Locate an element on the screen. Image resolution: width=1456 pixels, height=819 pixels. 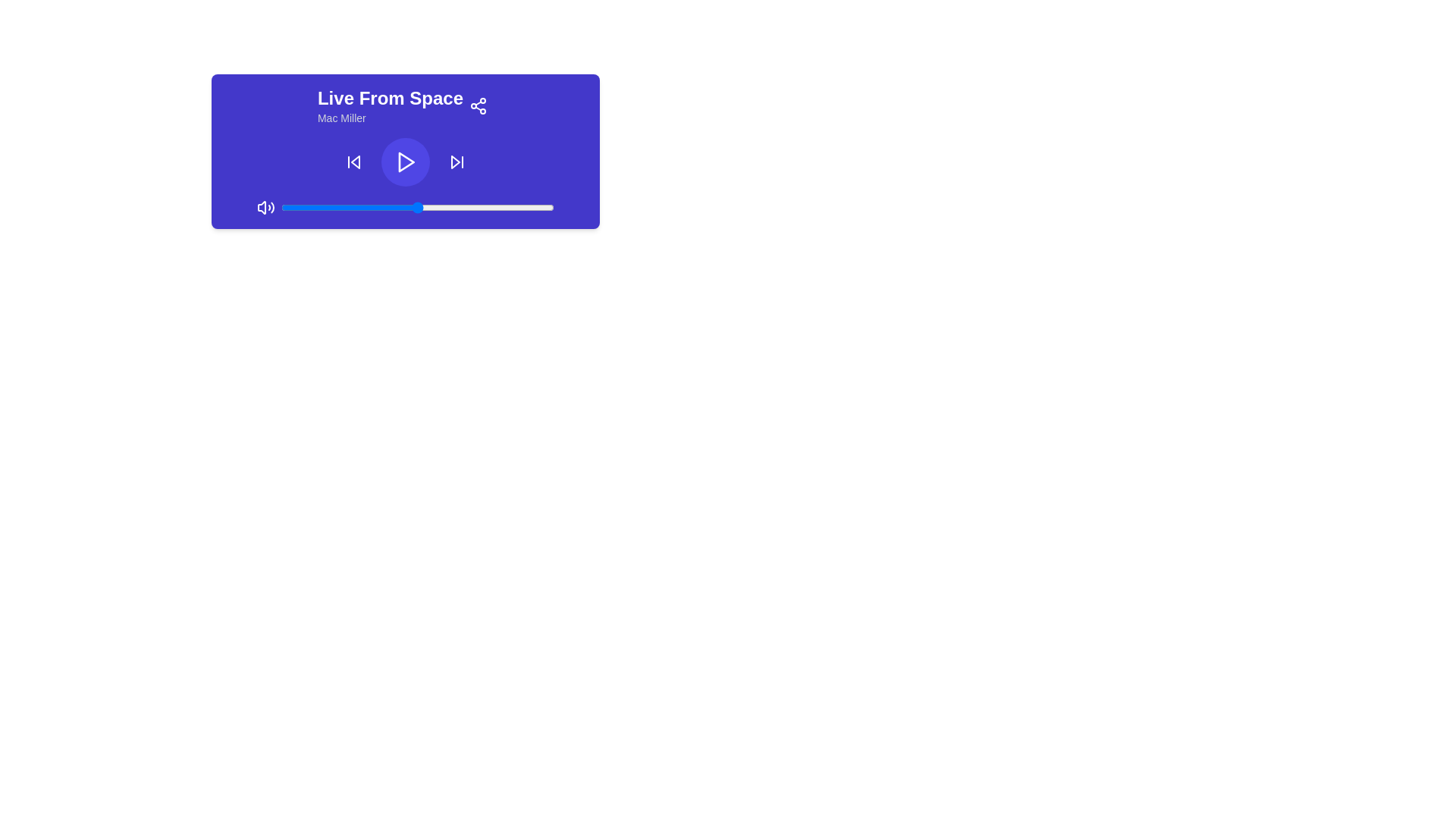
the right-pointing triangular play button icon located at the center of the circular button in the music player interface to play the media is located at coordinates (406, 162).